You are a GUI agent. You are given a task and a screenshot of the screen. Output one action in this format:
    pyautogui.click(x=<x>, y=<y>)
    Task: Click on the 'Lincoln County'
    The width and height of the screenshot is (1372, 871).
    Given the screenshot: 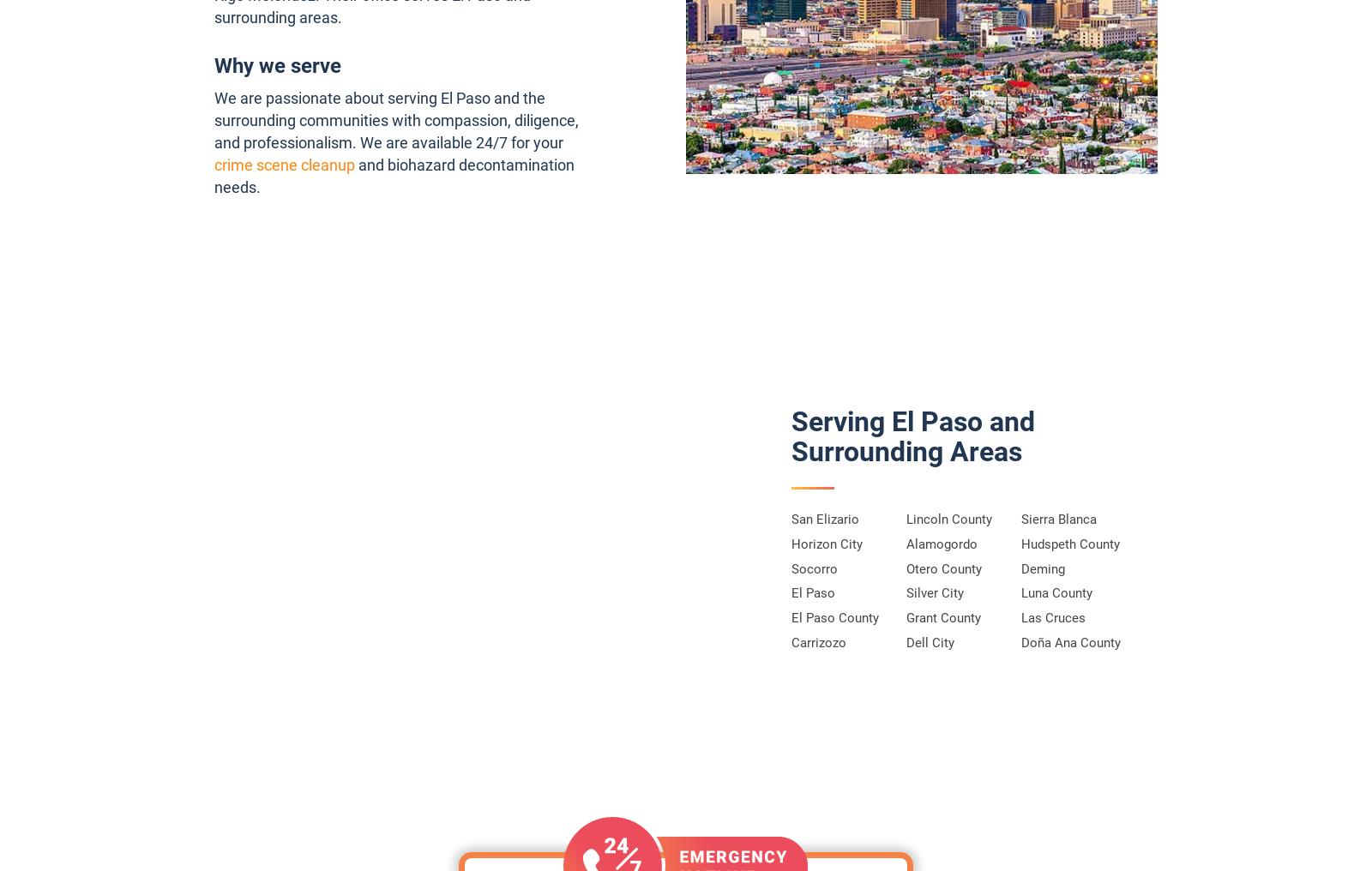 What is the action you would take?
    pyautogui.click(x=906, y=520)
    